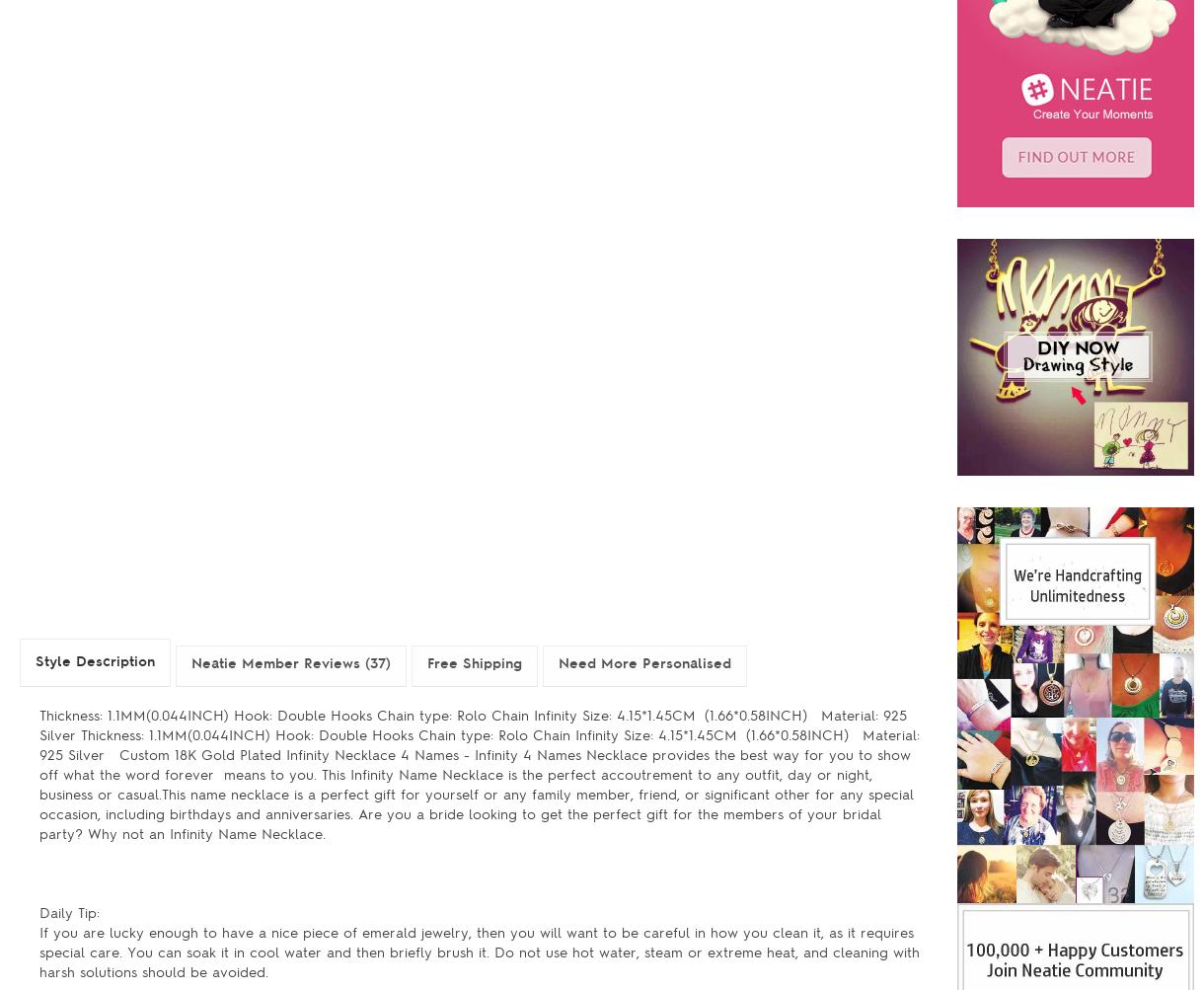 The image size is (1204, 990). What do you see at coordinates (590, 86) in the screenshot?
I see `'Jun.-Lavendar'` at bounding box center [590, 86].